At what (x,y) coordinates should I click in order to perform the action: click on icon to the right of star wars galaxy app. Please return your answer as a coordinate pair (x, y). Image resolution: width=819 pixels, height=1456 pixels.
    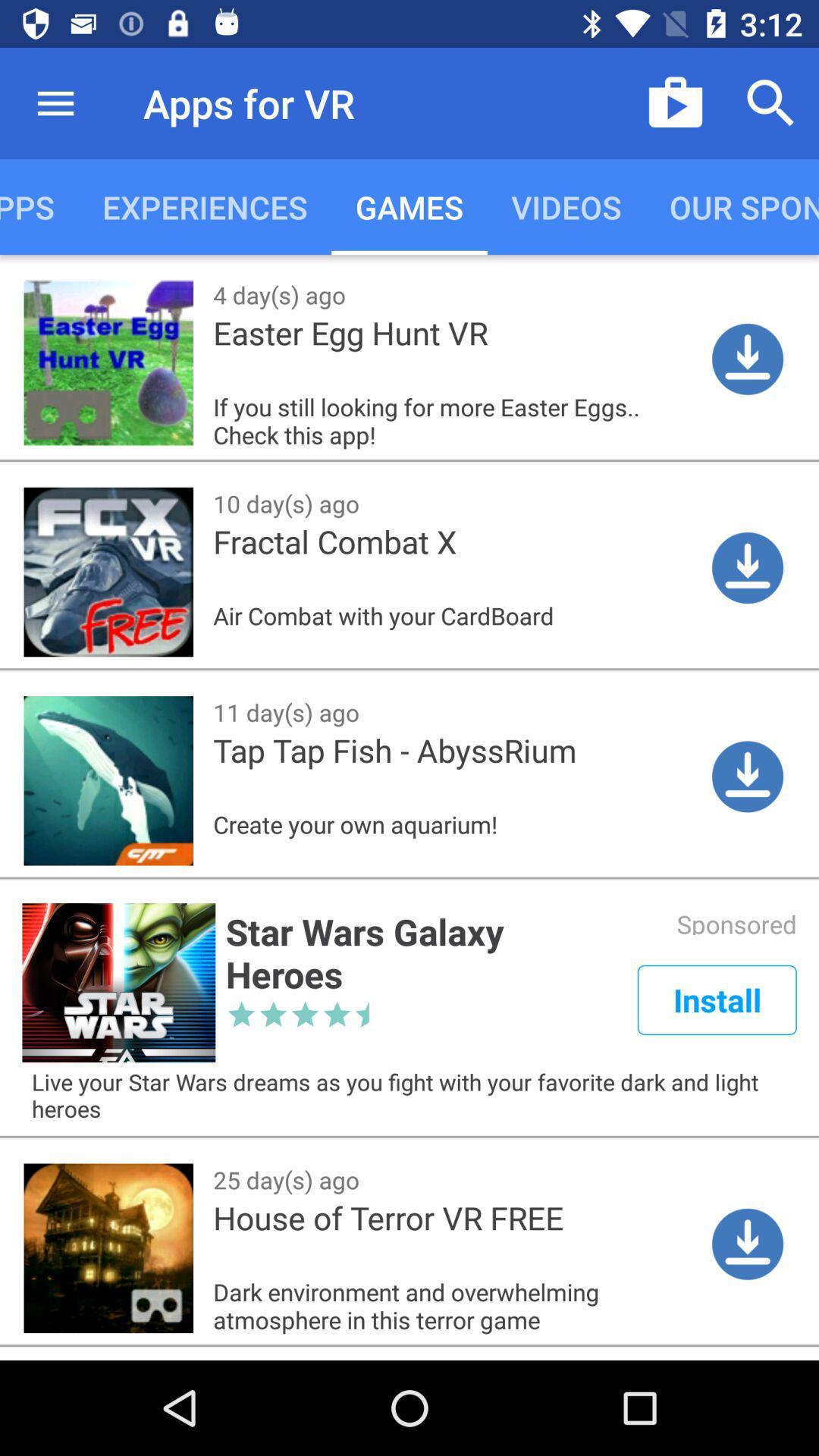
    Looking at the image, I should click on (717, 999).